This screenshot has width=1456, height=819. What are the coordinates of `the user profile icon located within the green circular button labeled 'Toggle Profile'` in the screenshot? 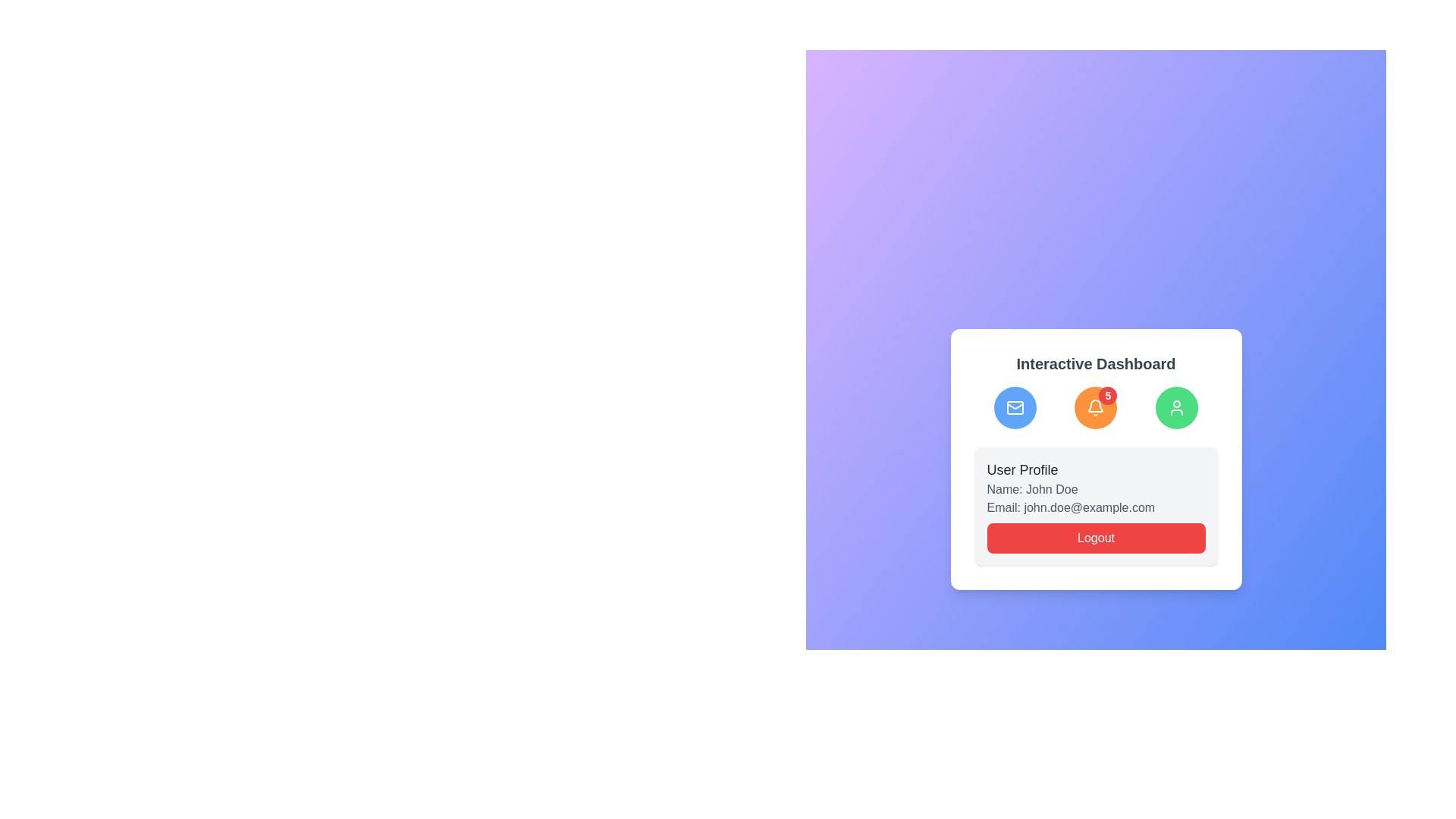 It's located at (1176, 406).